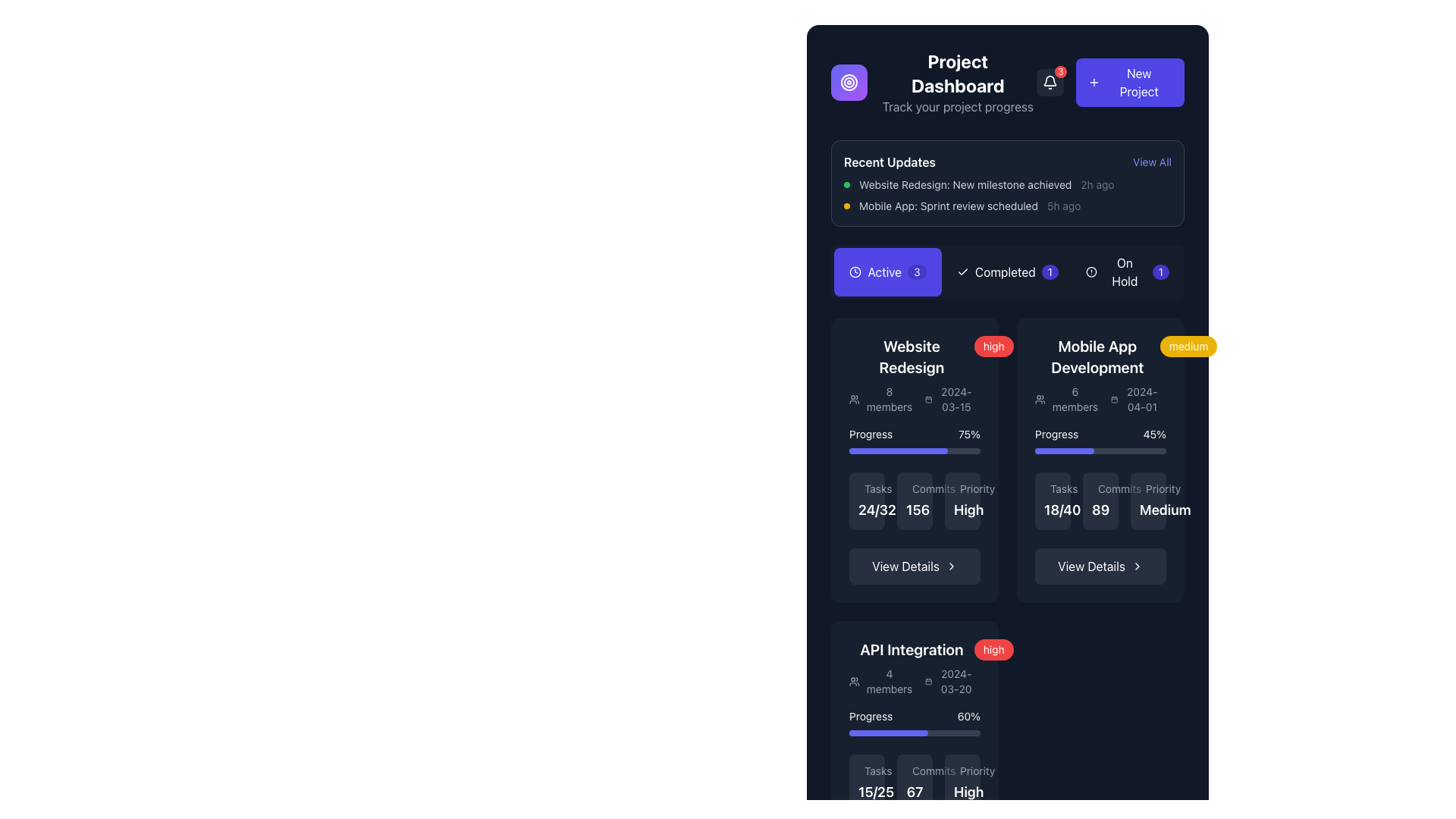  I want to click on the 'View All' text link, which is a clickable element in shades of indigo positioned on the right side of the 'Recent Updates' section, so click(1152, 162).